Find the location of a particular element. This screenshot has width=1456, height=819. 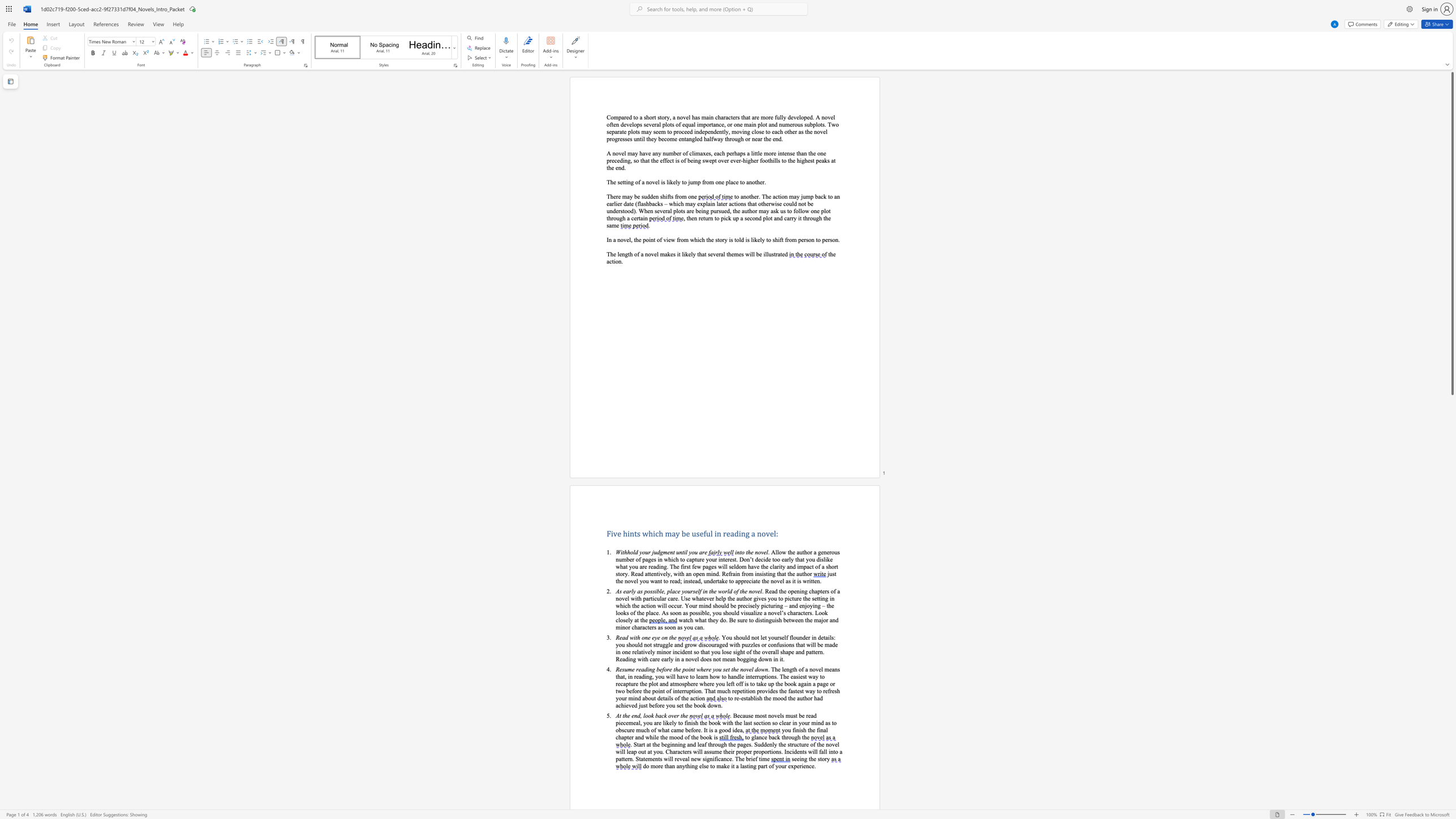

the 1th character "C" in the text is located at coordinates (668, 751).